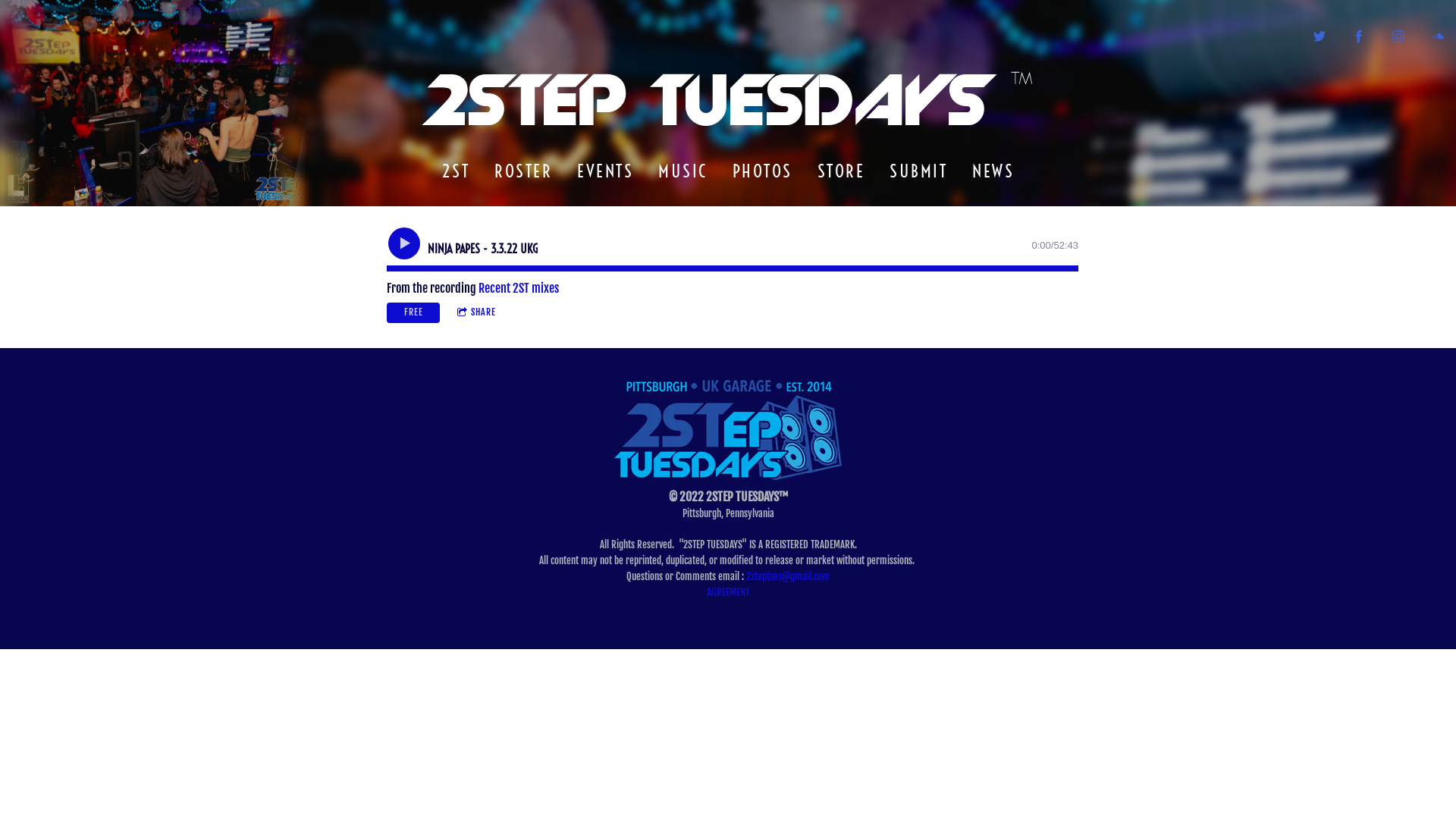 Image resolution: width=1456 pixels, height=819 pixels. Describe the element at coordinates (993, 170) in the screenshot. I see `'NEWS'` at that location.